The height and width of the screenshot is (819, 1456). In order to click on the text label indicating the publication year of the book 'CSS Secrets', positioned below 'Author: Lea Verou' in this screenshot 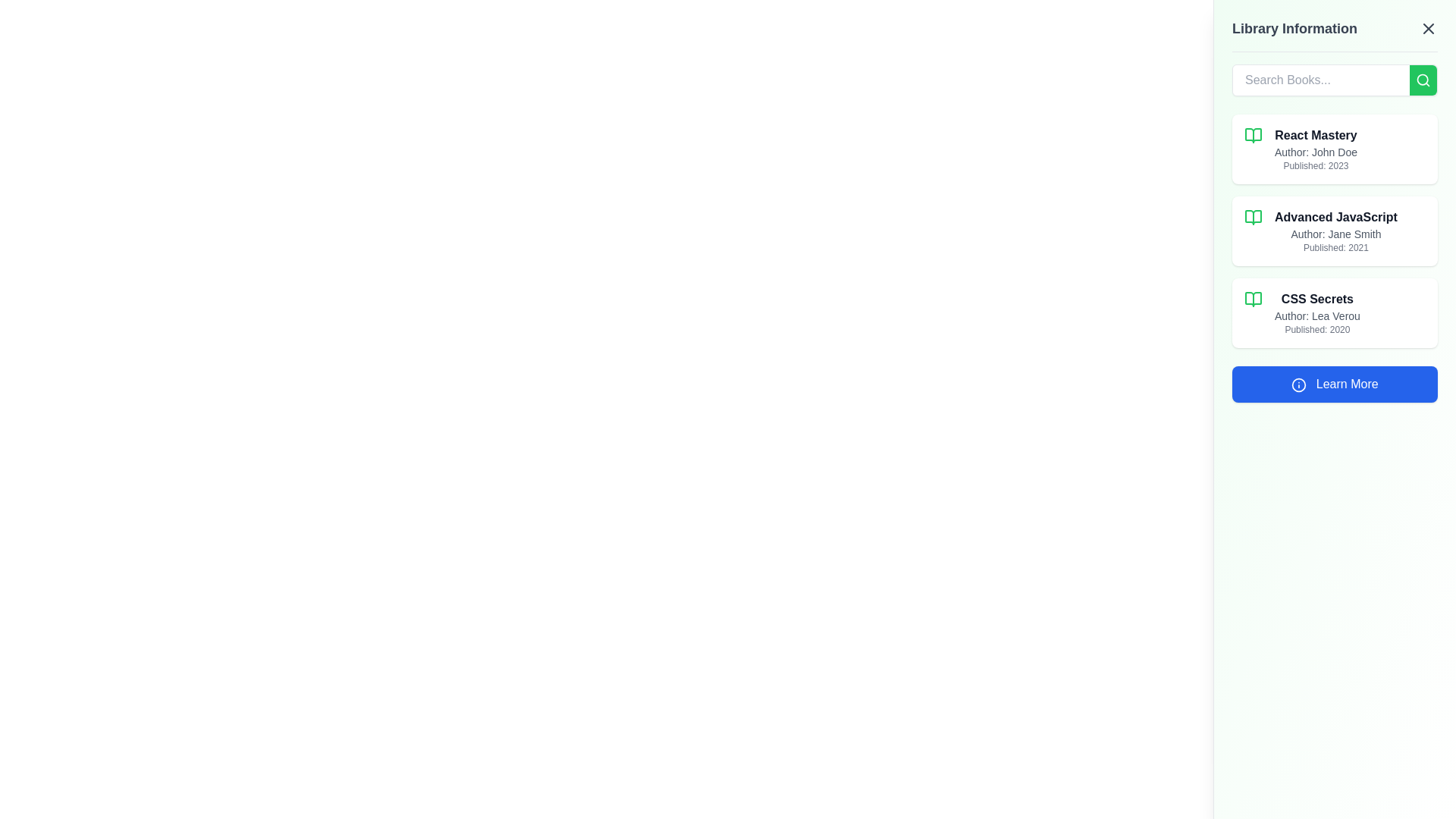, I will do `click(1316, 329)`.